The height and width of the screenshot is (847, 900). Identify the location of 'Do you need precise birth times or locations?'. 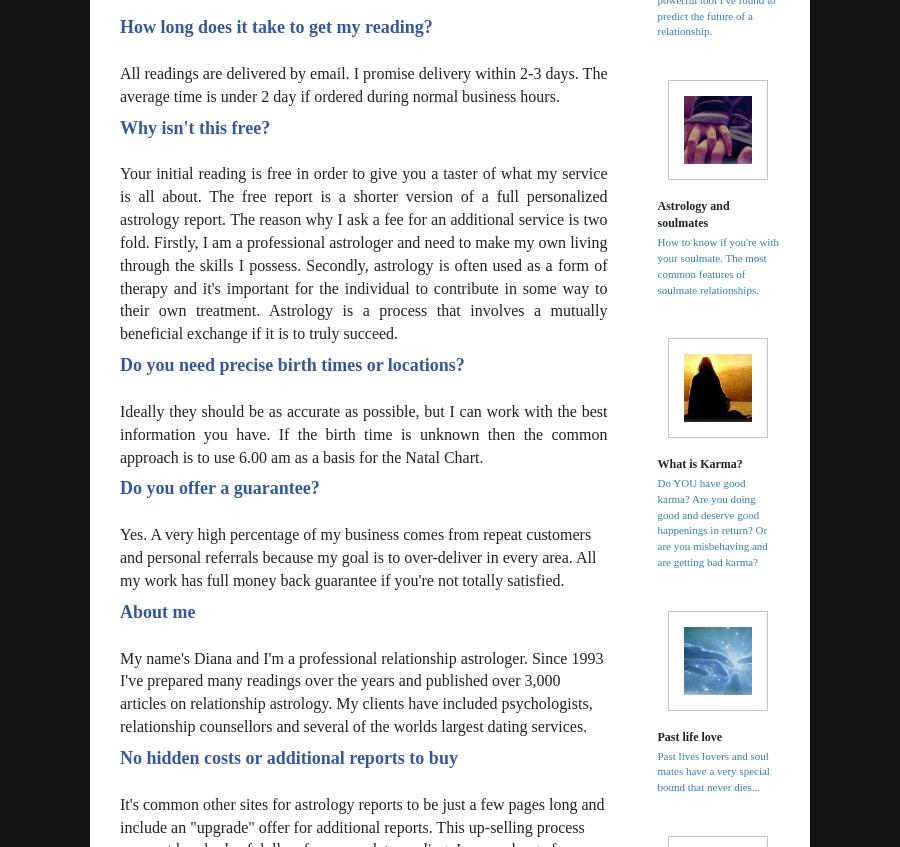
(290, 363).